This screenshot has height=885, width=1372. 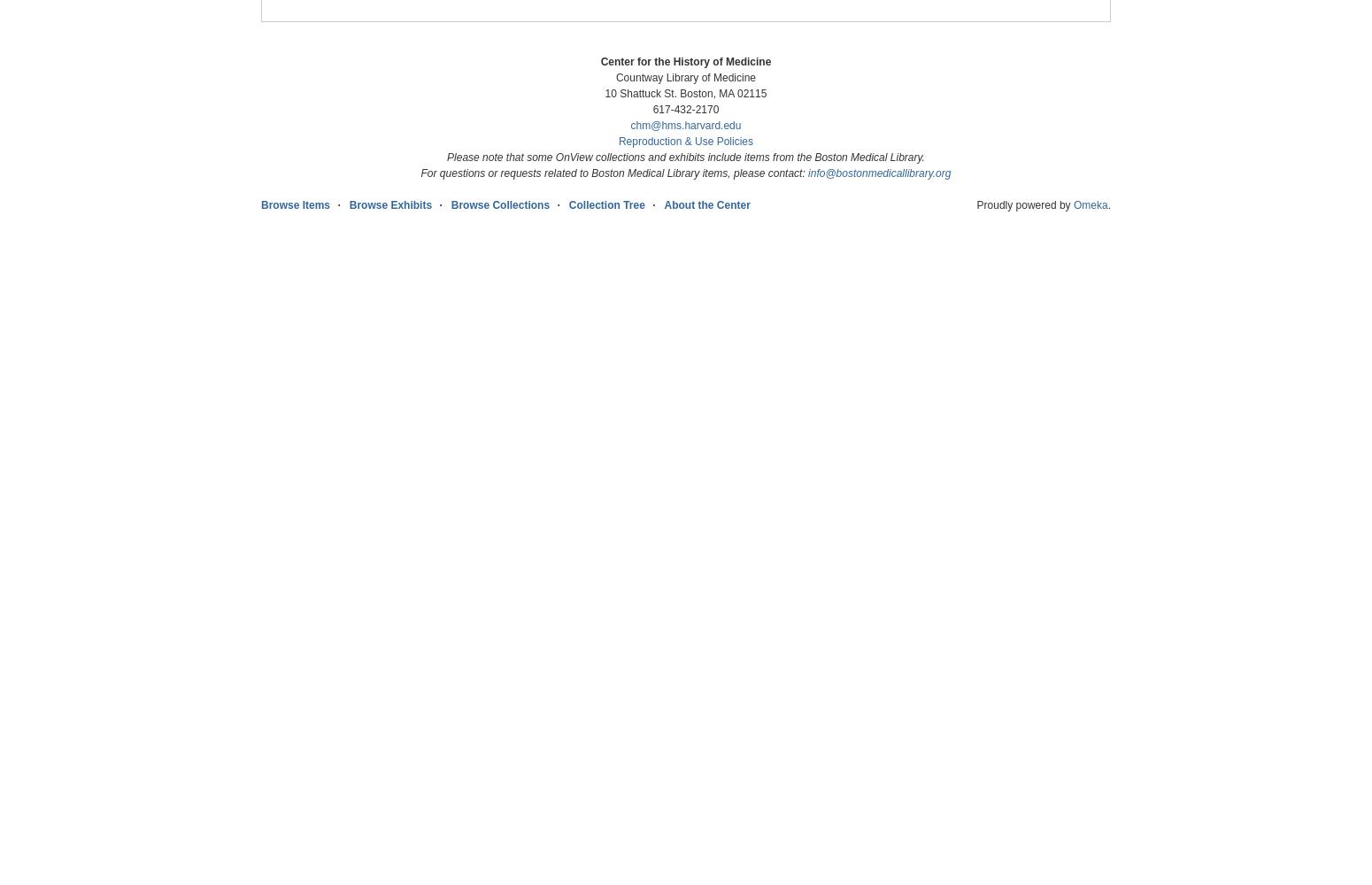 What do you see at coordinates (685, 77) in the screenshot?
I see `'Countway Library of Medicine'` at bounding box center [685, 77].